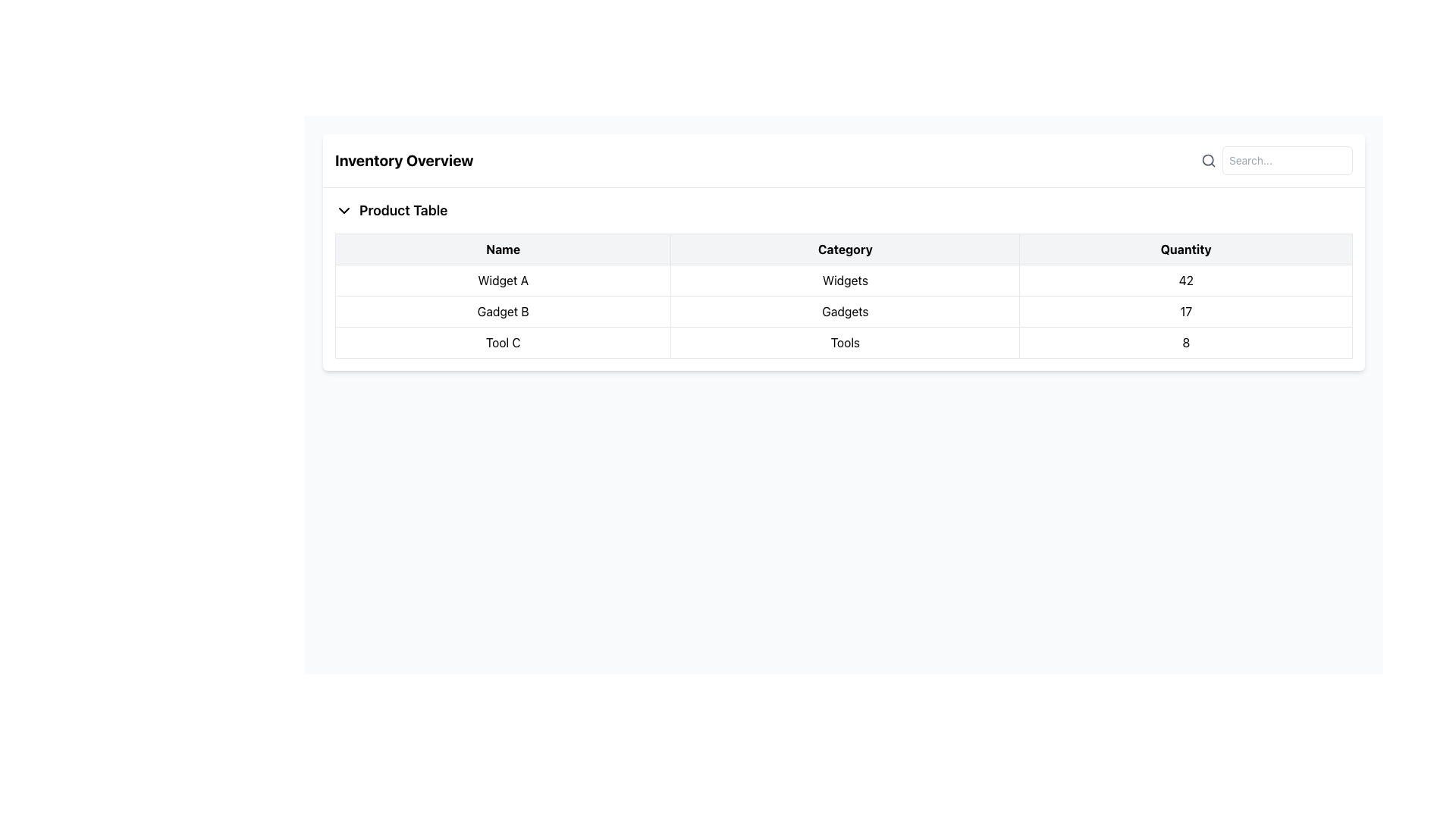 Image resolution: width=1456 pixels, height=819 pixels. Describe the element at coordinates (843, 311) in the screenshot. I see `the second row in the 'Product Table' that displays information about a product, located between 'Widget A' and 'Tool C'` at that location.